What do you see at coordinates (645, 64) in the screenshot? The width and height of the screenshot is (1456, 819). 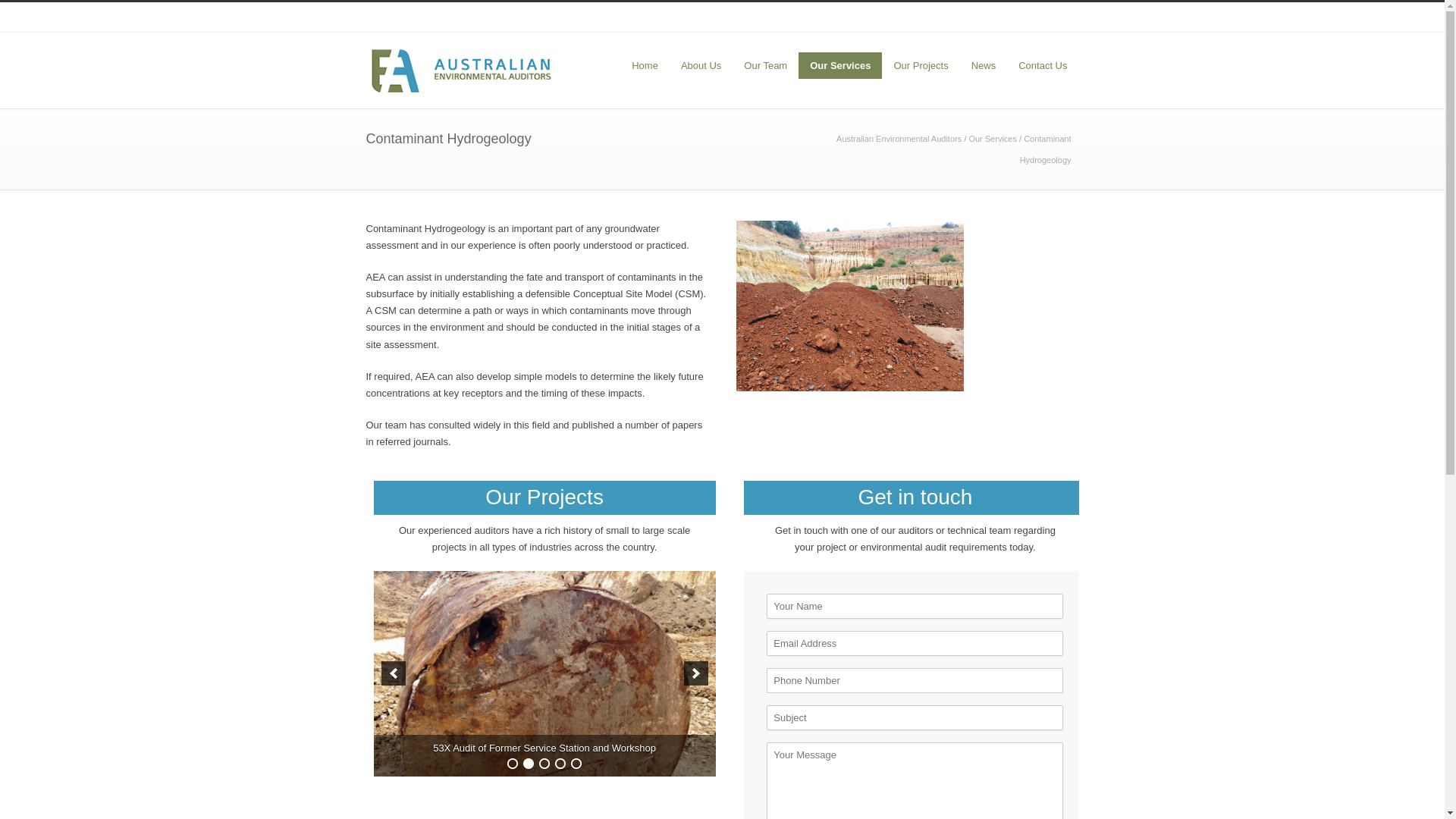 I see `'Home'` at bounding box center [645, 64].